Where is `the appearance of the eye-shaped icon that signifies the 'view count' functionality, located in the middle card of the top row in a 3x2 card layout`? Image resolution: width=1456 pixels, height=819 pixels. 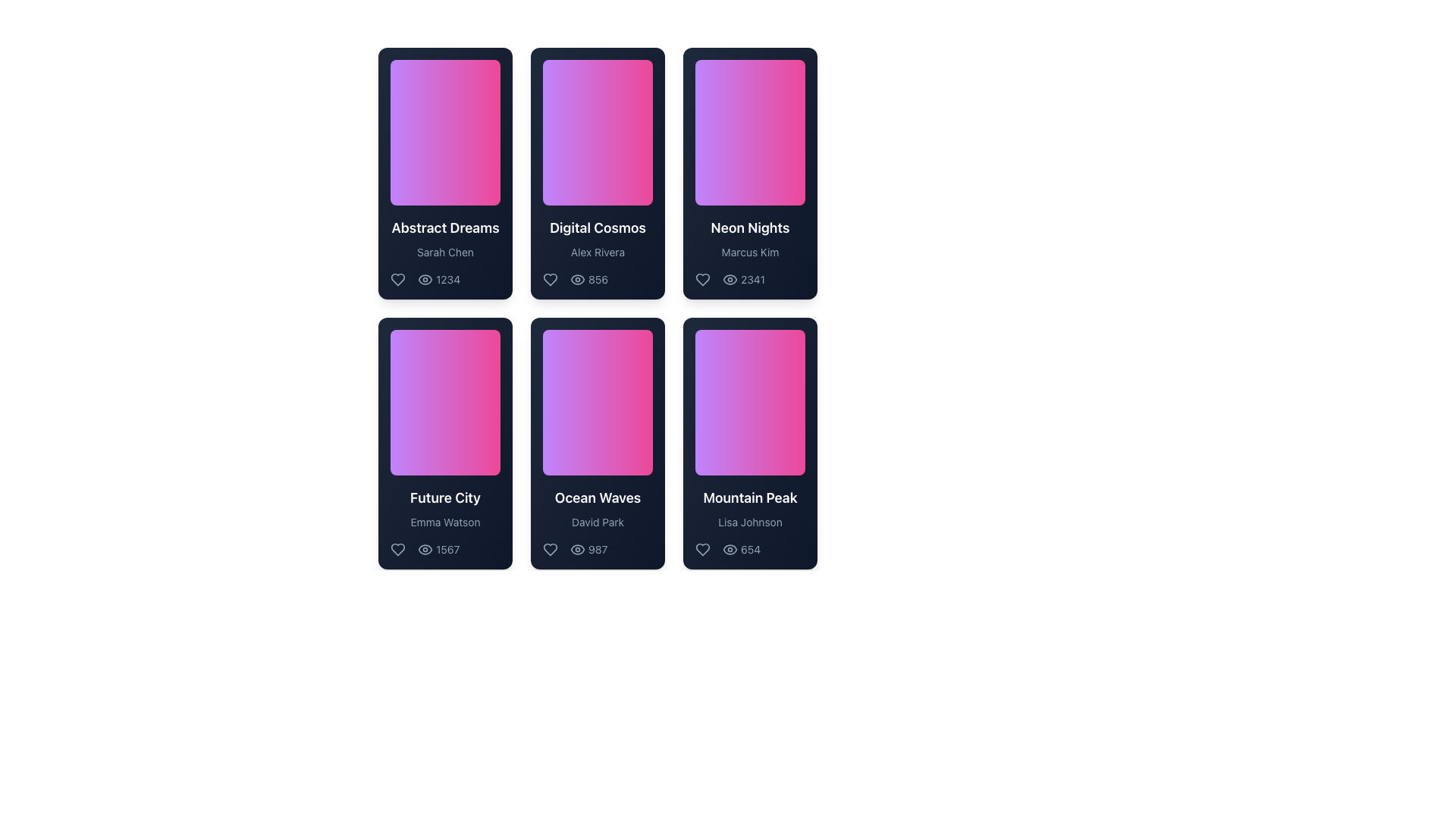 the appearance of the eye-shaped icon that signifies the 'view count' functionality, located in the middle card of the top row in a 3x2 card layout is located at coordinates (577, 280).